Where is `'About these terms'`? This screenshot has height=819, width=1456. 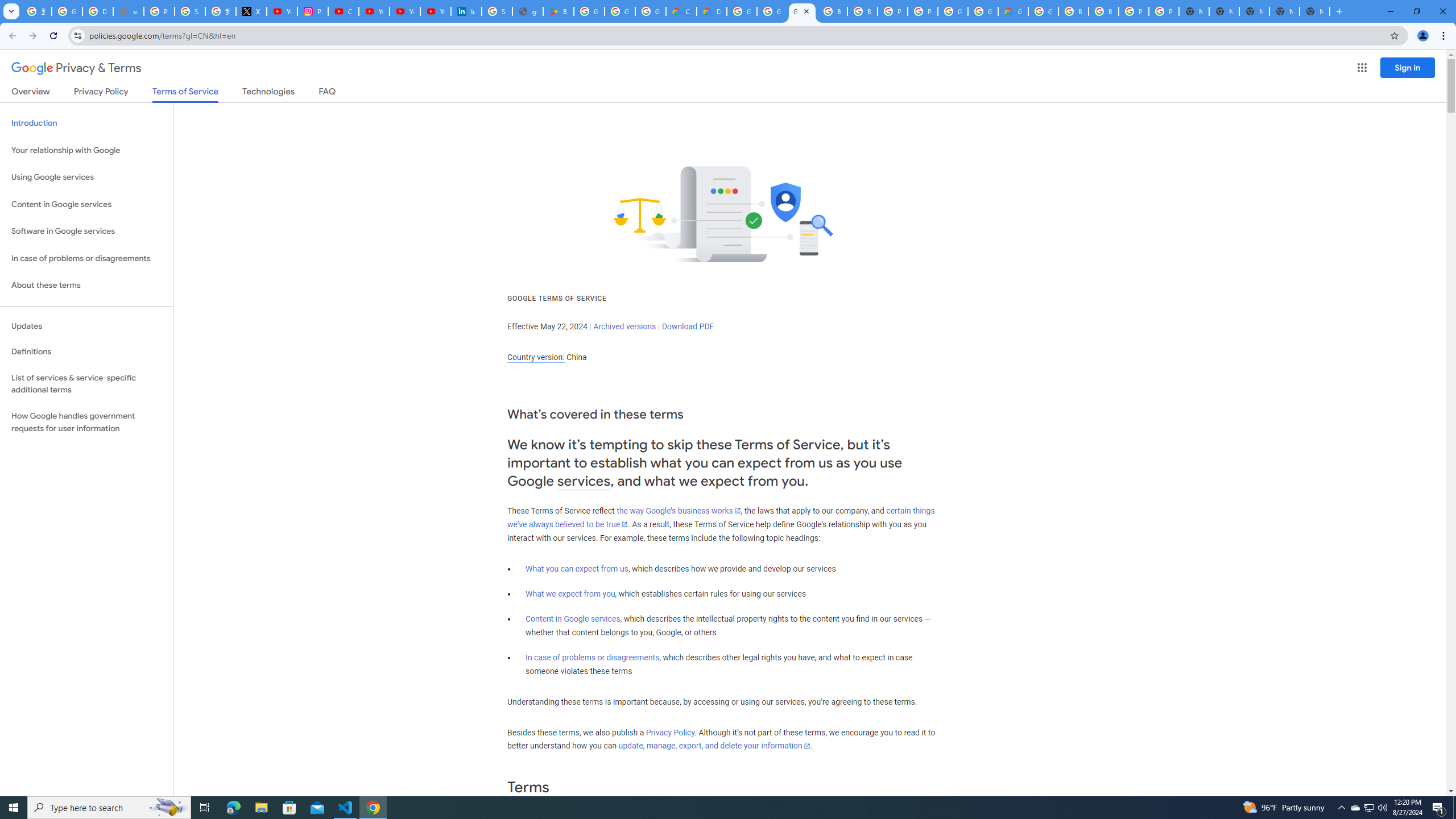
'About these terms' is located at coordinates (86, 285).